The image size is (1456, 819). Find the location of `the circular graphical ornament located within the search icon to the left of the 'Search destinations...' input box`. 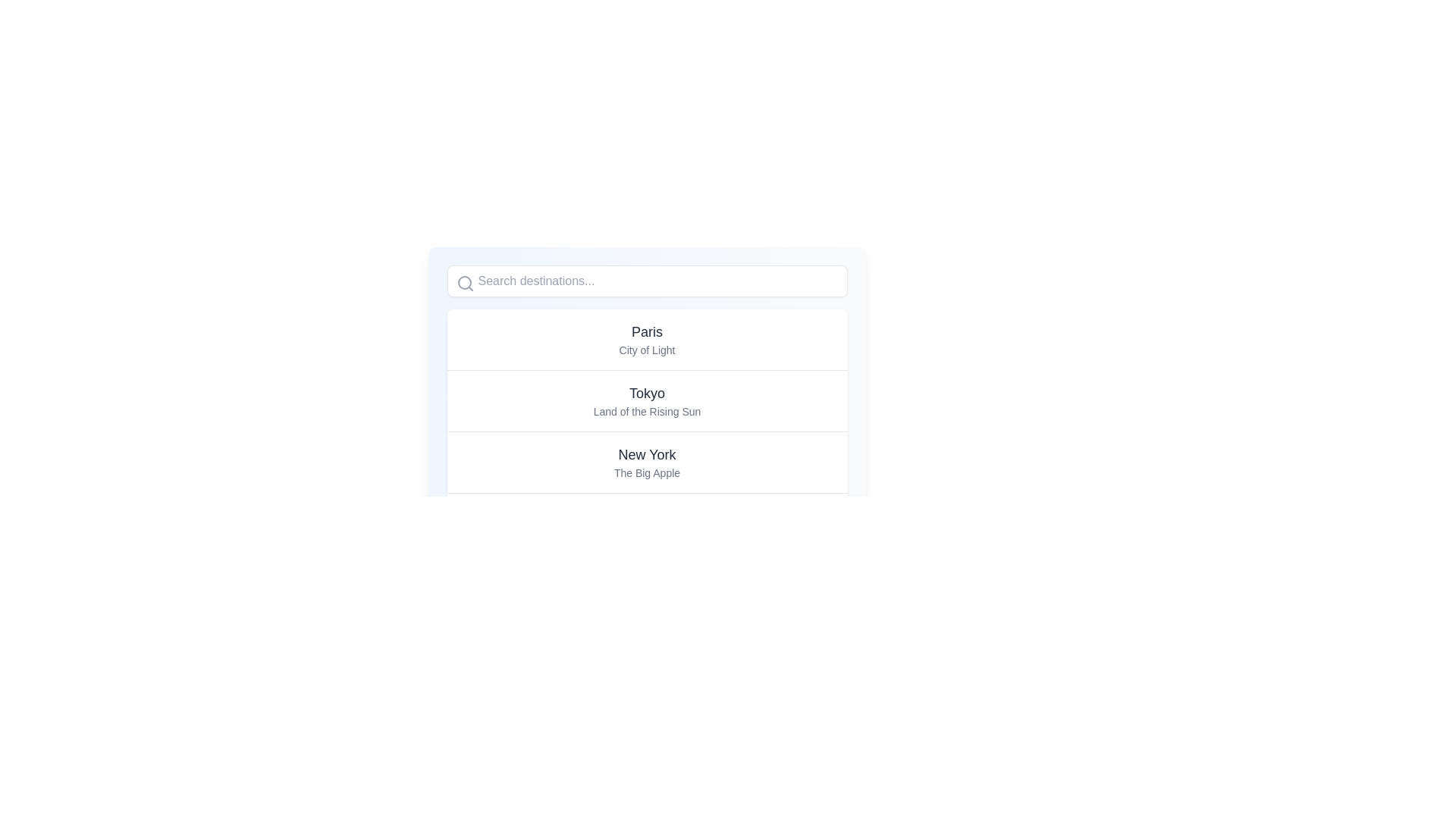

the circular graphical ornament located within the search icon to the left of the 'Search destinations...' input box is located at coordinates (463, 283).